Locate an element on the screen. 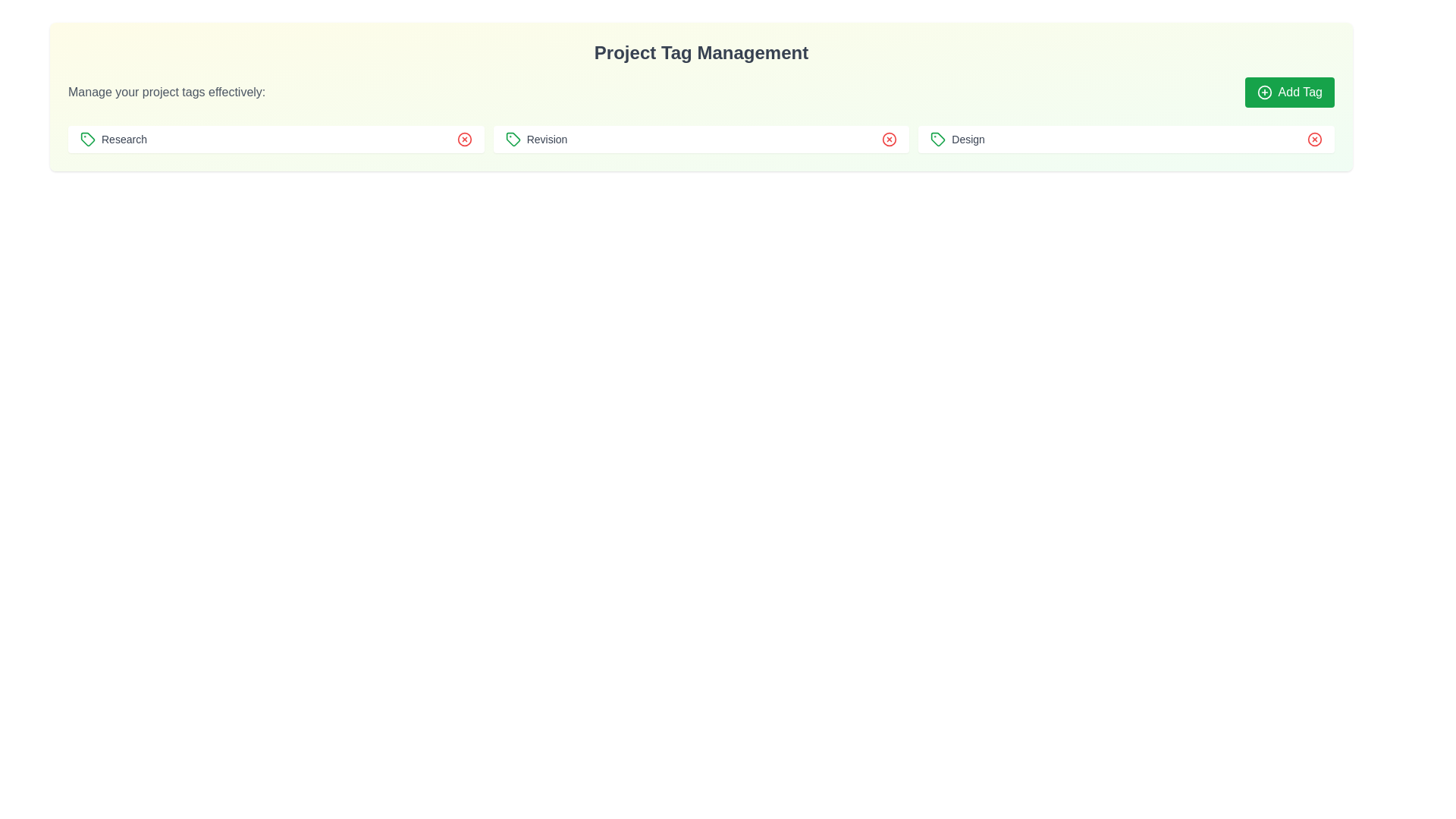 Image resolution: width=1456 pixels, height=819 pixels. the 'Revision' text label, which is the second tag in a horizontal list of tags, positioned to the right of a green tag icon is located at coordinates (546, 140).